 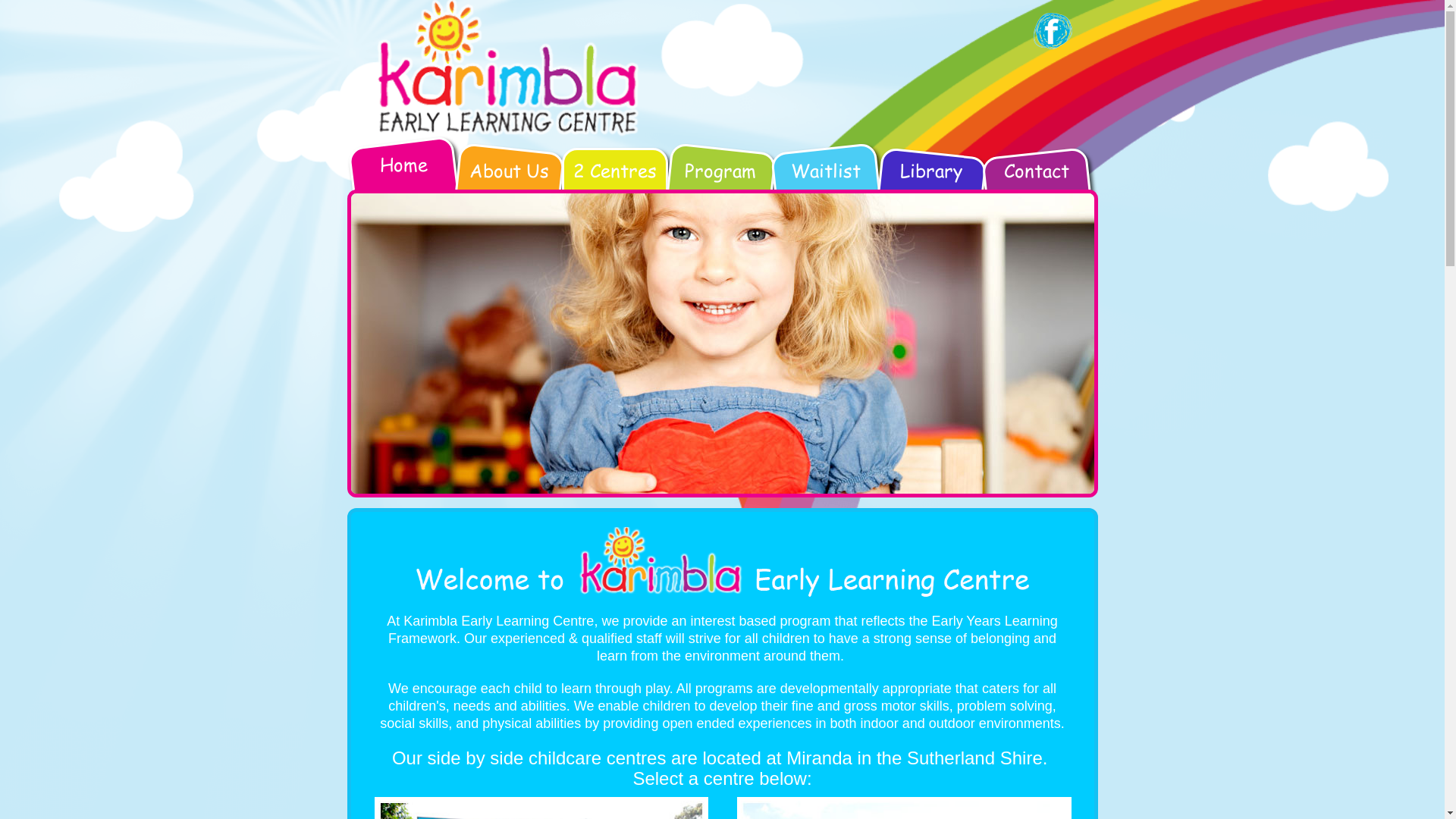 What do you see at coordinates (1036, 180) in the screenshot?
I see `'Contact'` at bounding box center [1036, 180].